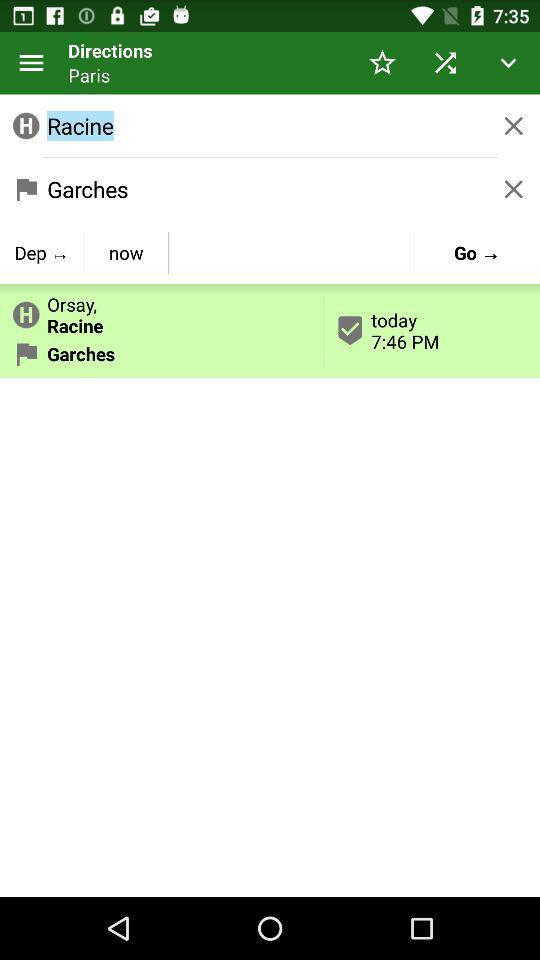  I want to click on item next to today 7 46 item, so click(160, 311).